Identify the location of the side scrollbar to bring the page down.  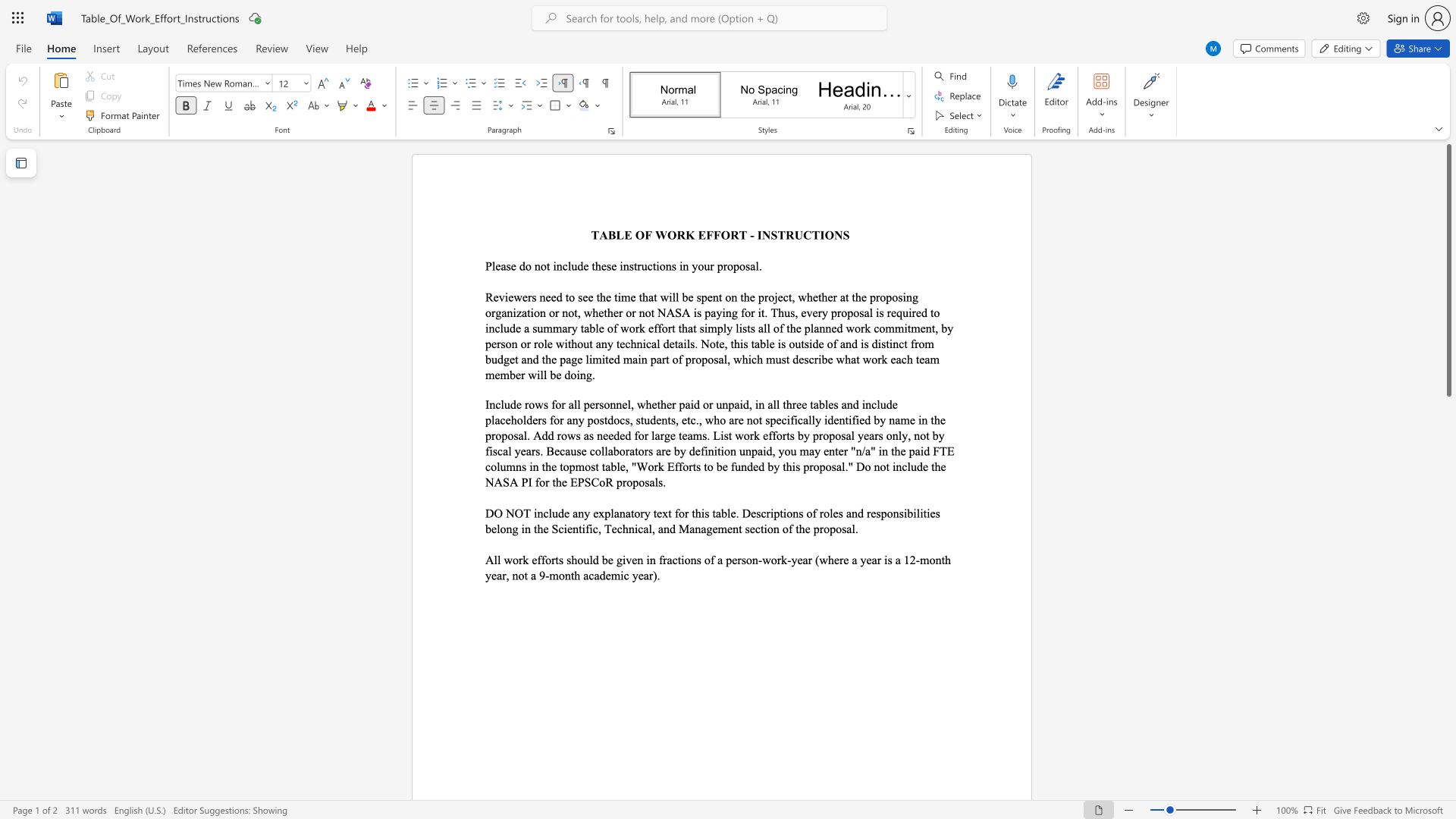
(1448, 659).